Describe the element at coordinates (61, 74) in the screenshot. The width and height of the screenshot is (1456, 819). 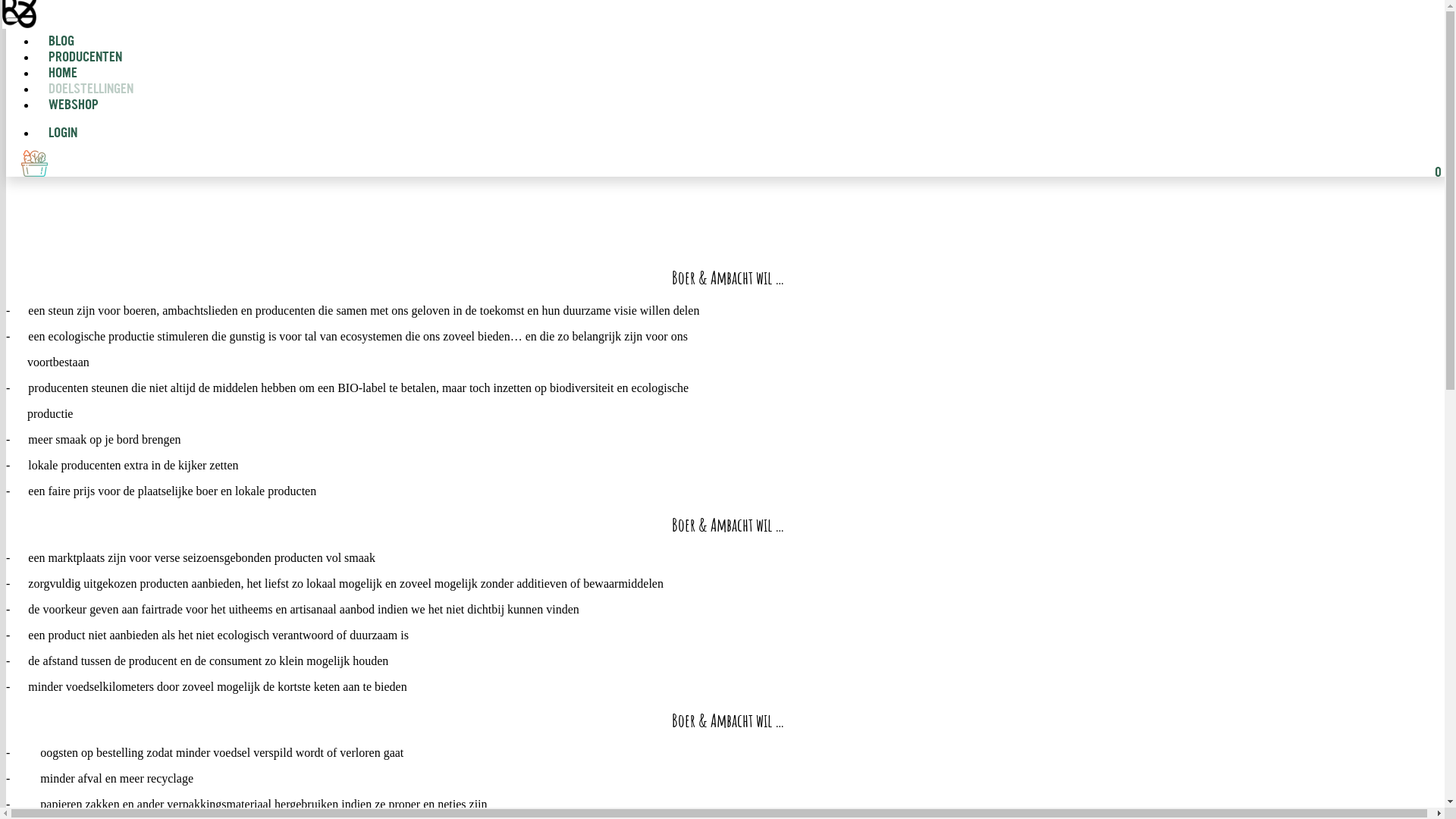
I see `'HOME'` at that location.